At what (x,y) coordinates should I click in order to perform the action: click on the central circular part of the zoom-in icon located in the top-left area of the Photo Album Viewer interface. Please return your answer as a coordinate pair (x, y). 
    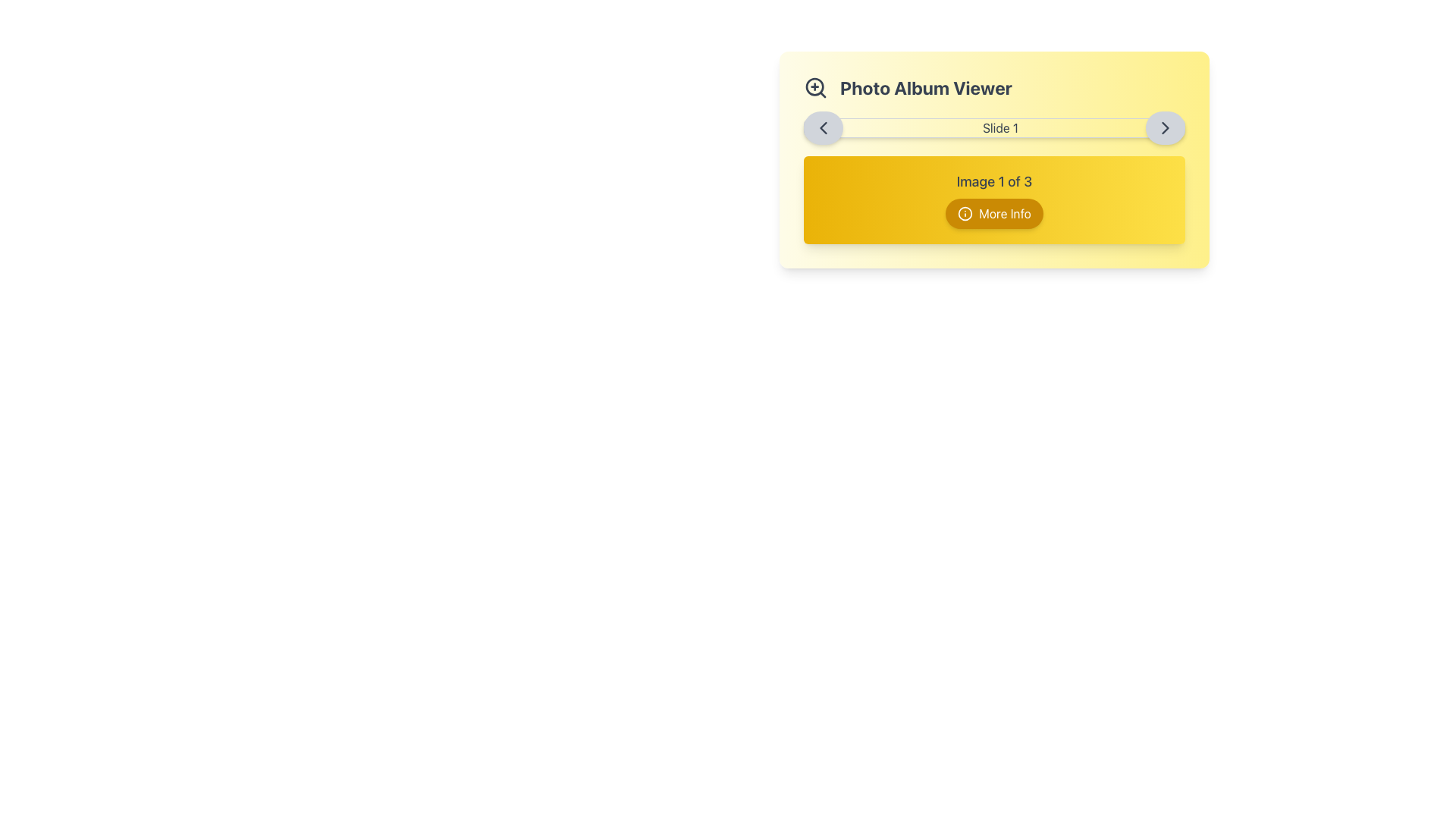
    Looking at the image, I should click on (814, 86).